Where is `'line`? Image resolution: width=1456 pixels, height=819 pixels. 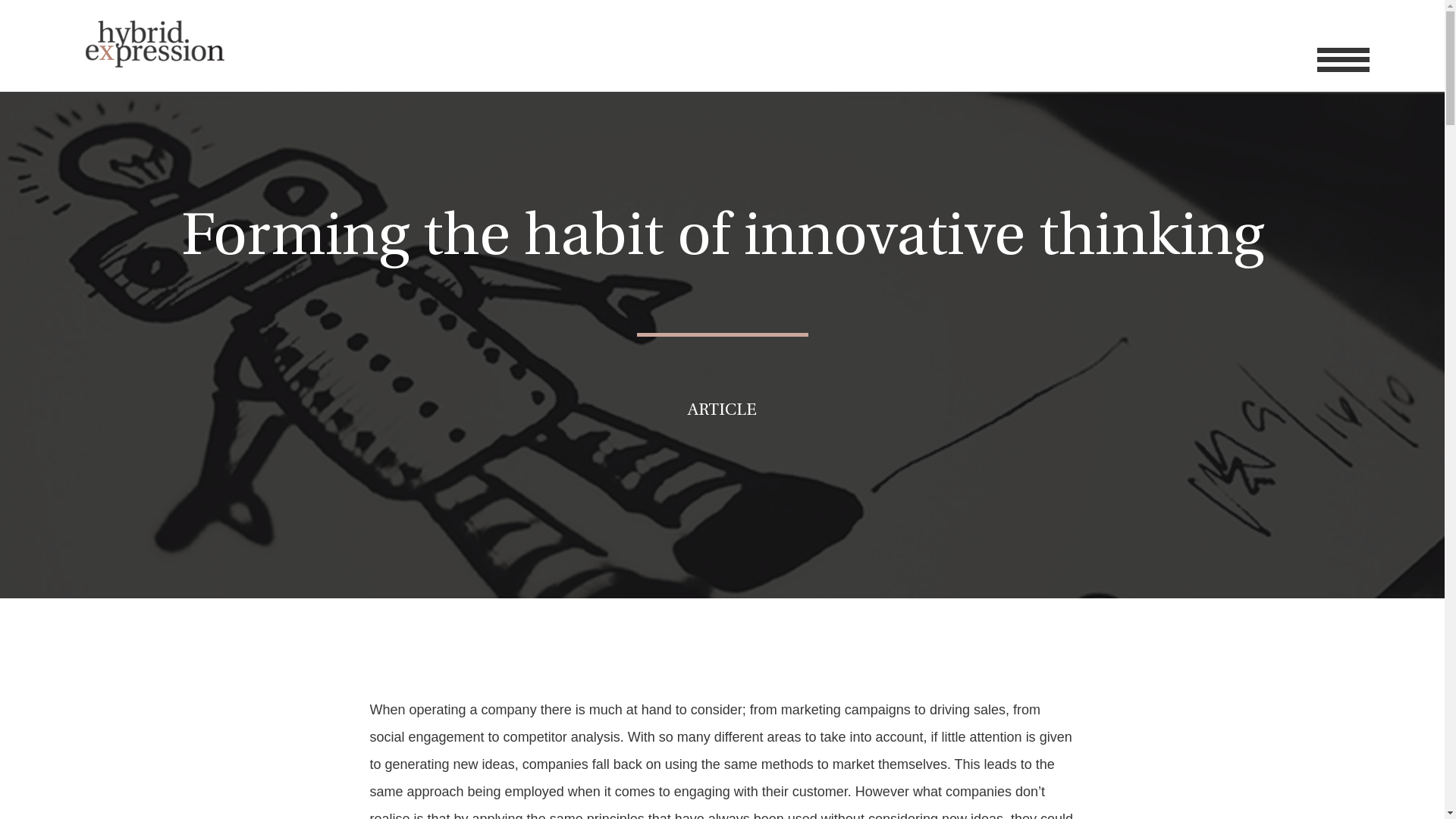 'line is located at coordinates (1343, 58).